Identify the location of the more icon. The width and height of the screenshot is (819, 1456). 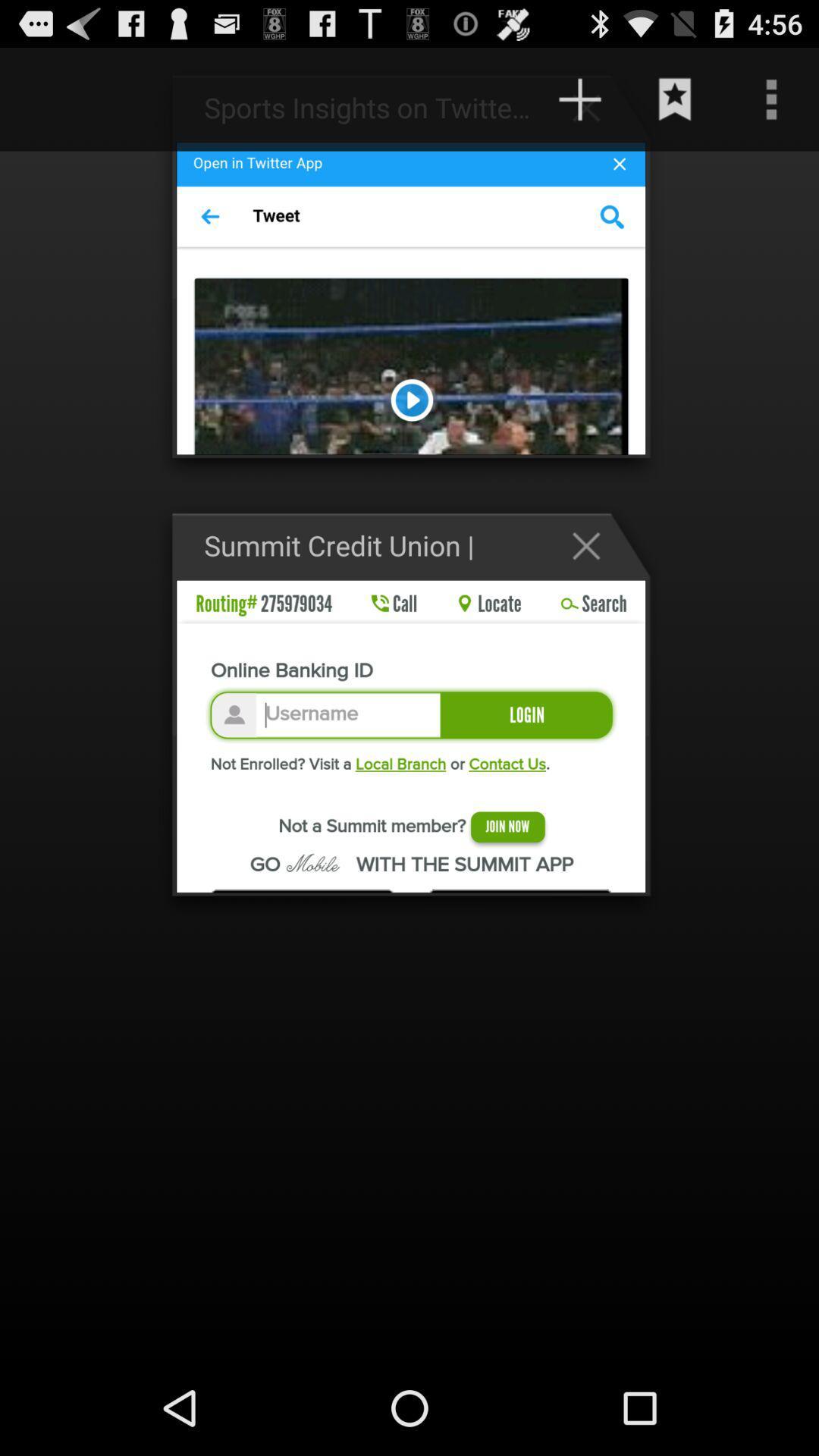
(771, 105).